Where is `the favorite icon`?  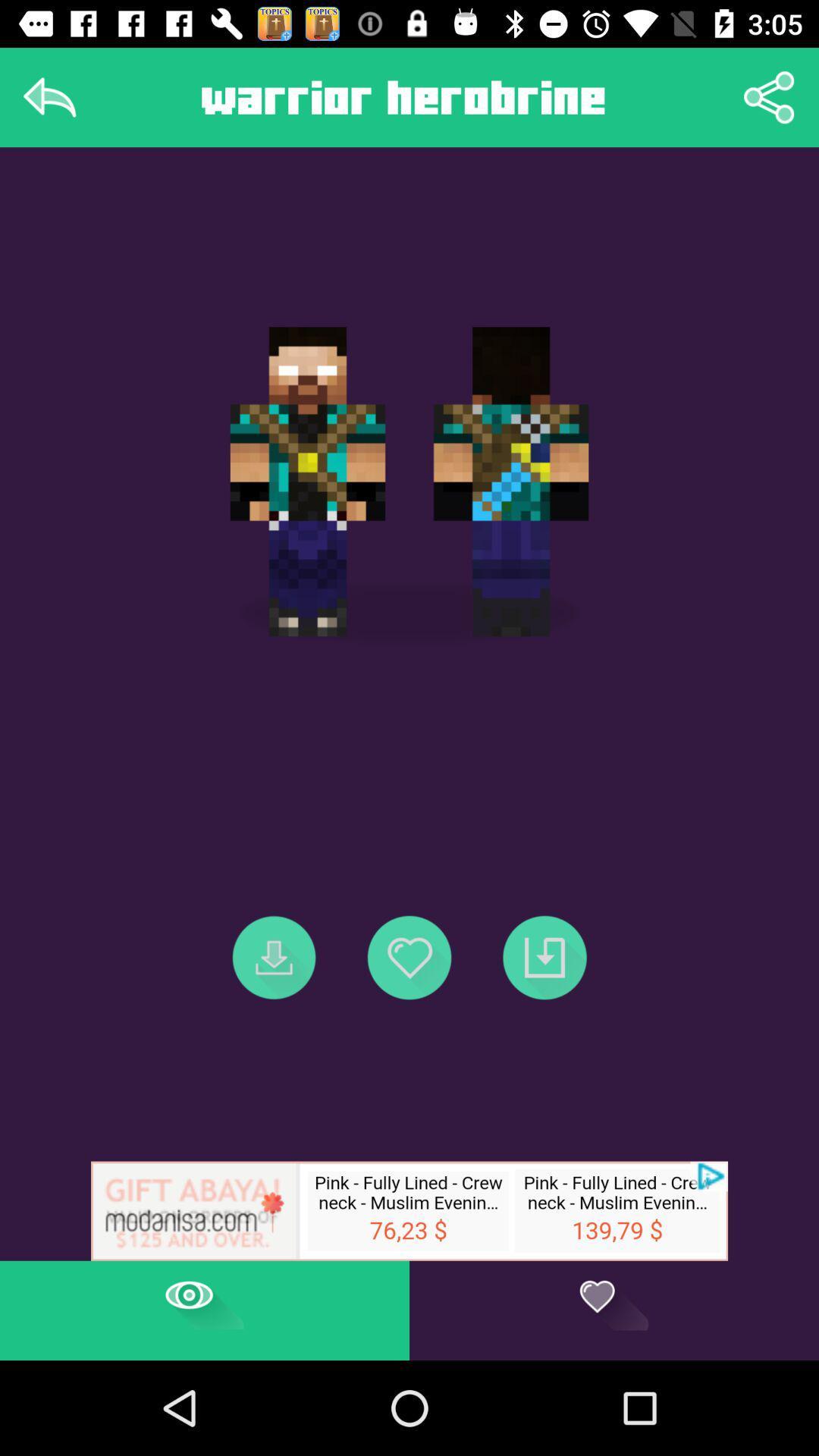
the favorite icon is located at coordinates (409, 956).